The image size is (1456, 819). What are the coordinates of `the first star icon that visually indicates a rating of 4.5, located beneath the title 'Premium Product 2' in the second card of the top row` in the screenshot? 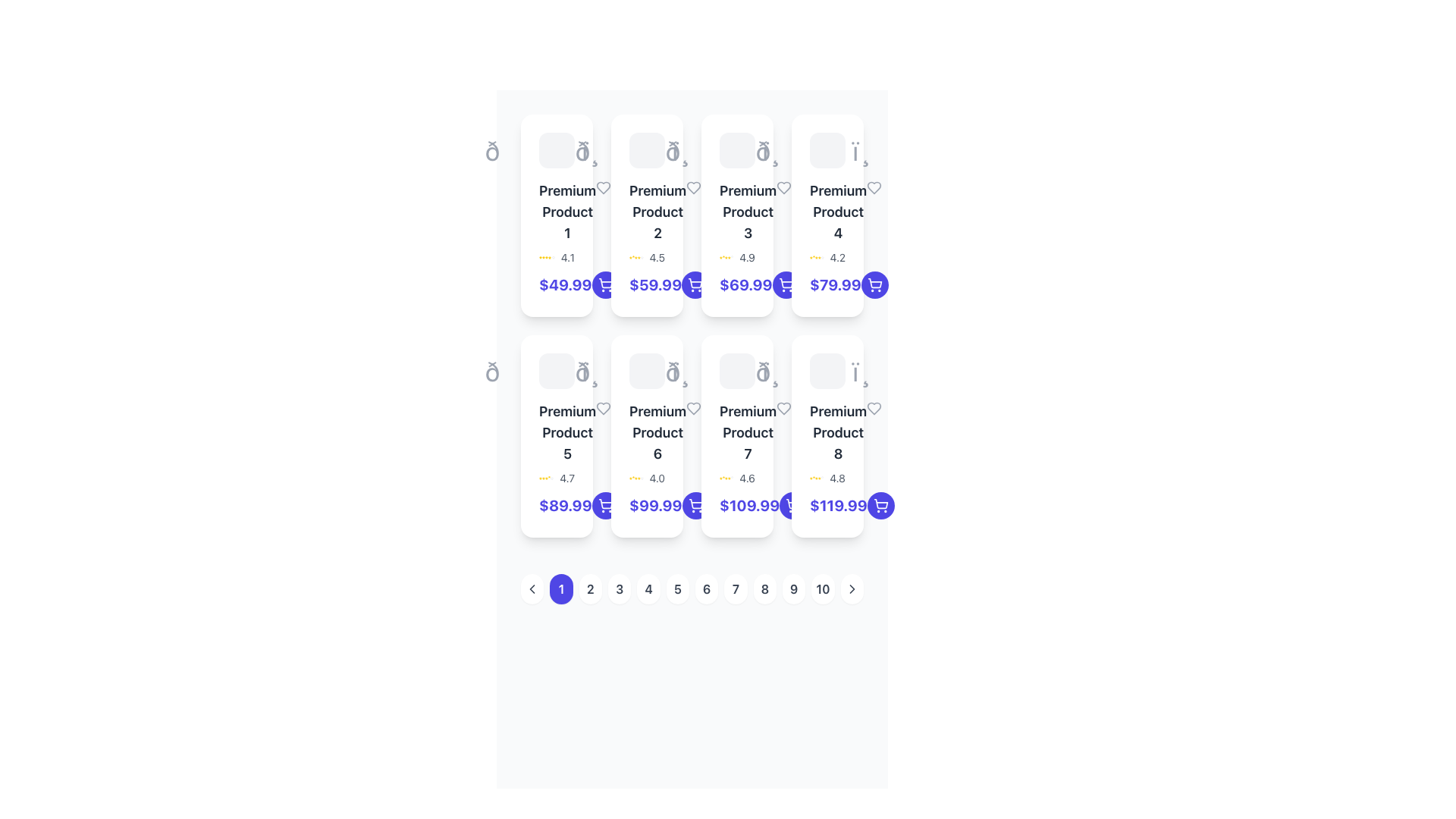 It's located at (630, 256).